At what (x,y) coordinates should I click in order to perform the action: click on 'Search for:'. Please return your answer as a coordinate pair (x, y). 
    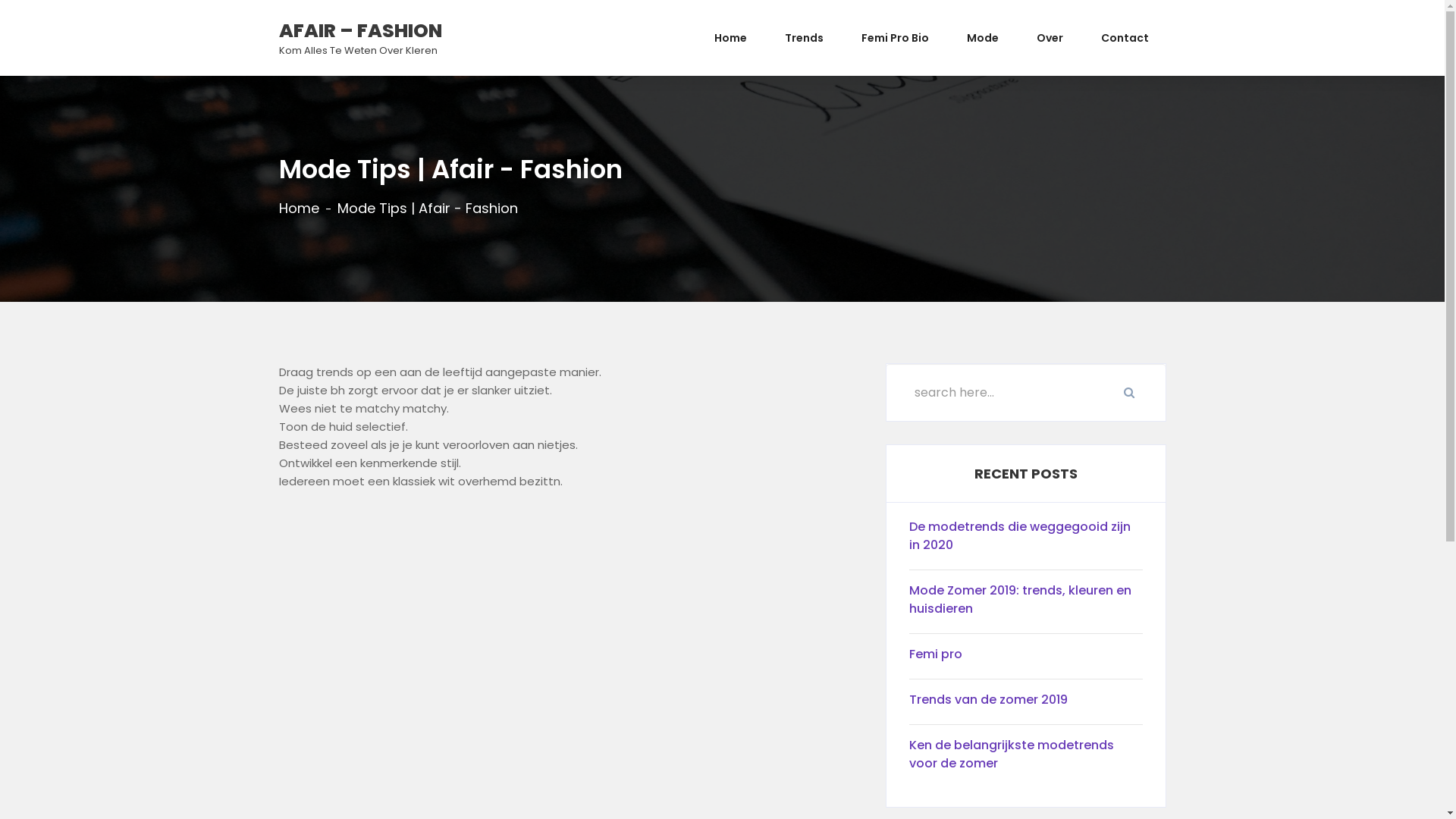
    Looking at the image, I should click on (1025, 391).